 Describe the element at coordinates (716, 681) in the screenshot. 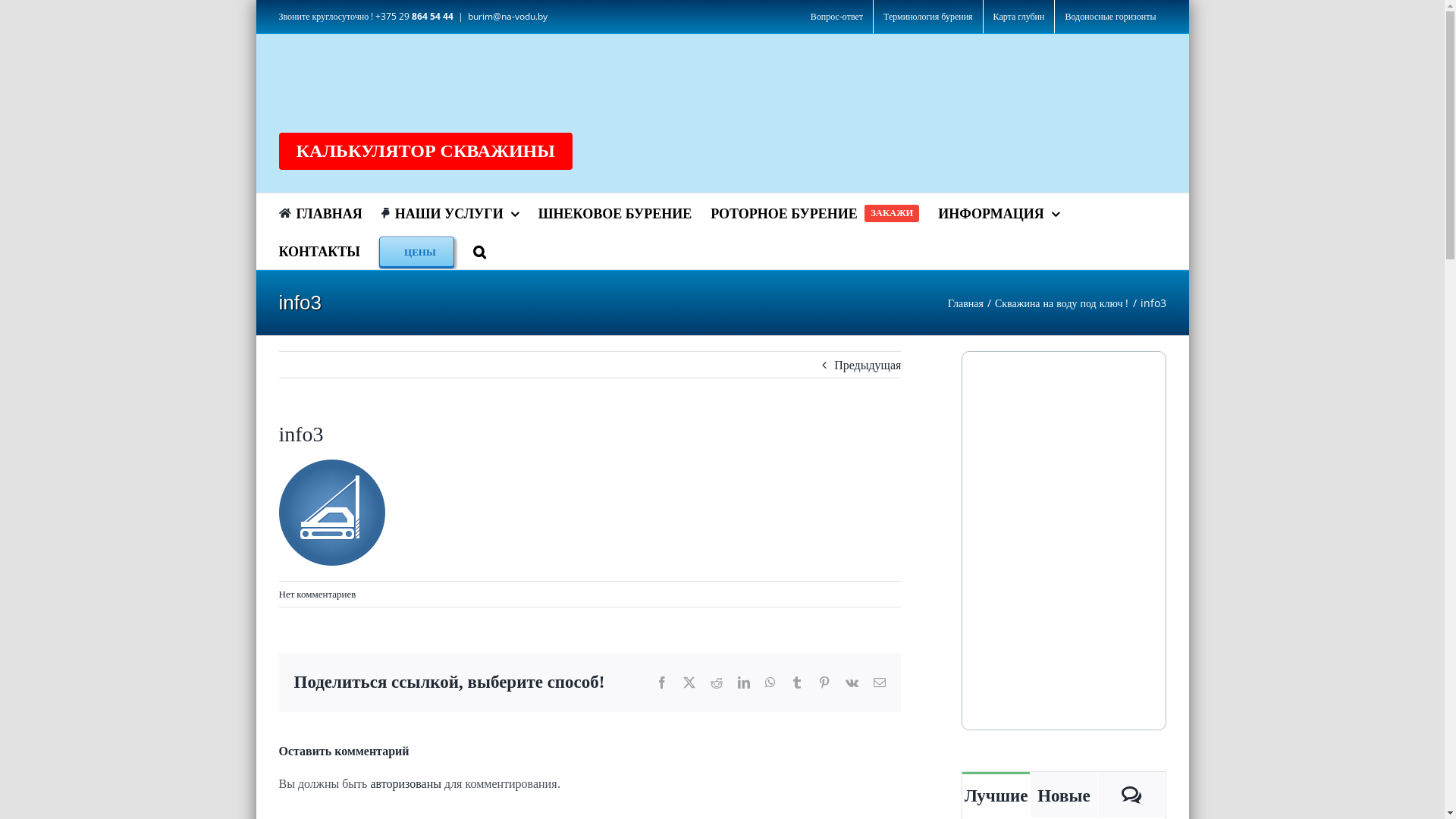

I see `'Reddit'` at that location.